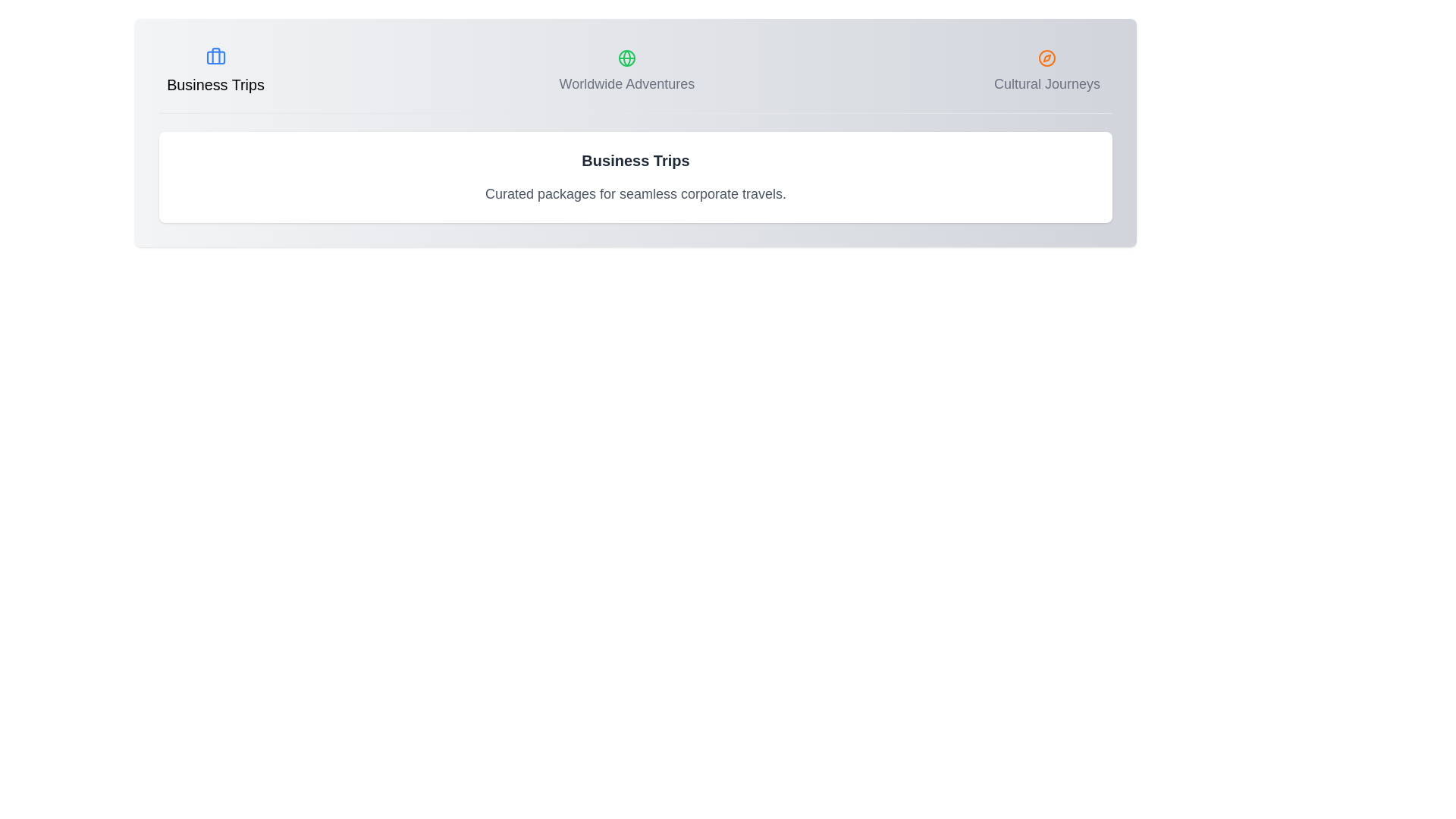 The height and width of the screenshot is (819, 1456). Describe the element at coordinates (626, 72) in the screenshot. I see `the tab labeled Worldwide Adventures` at that location.